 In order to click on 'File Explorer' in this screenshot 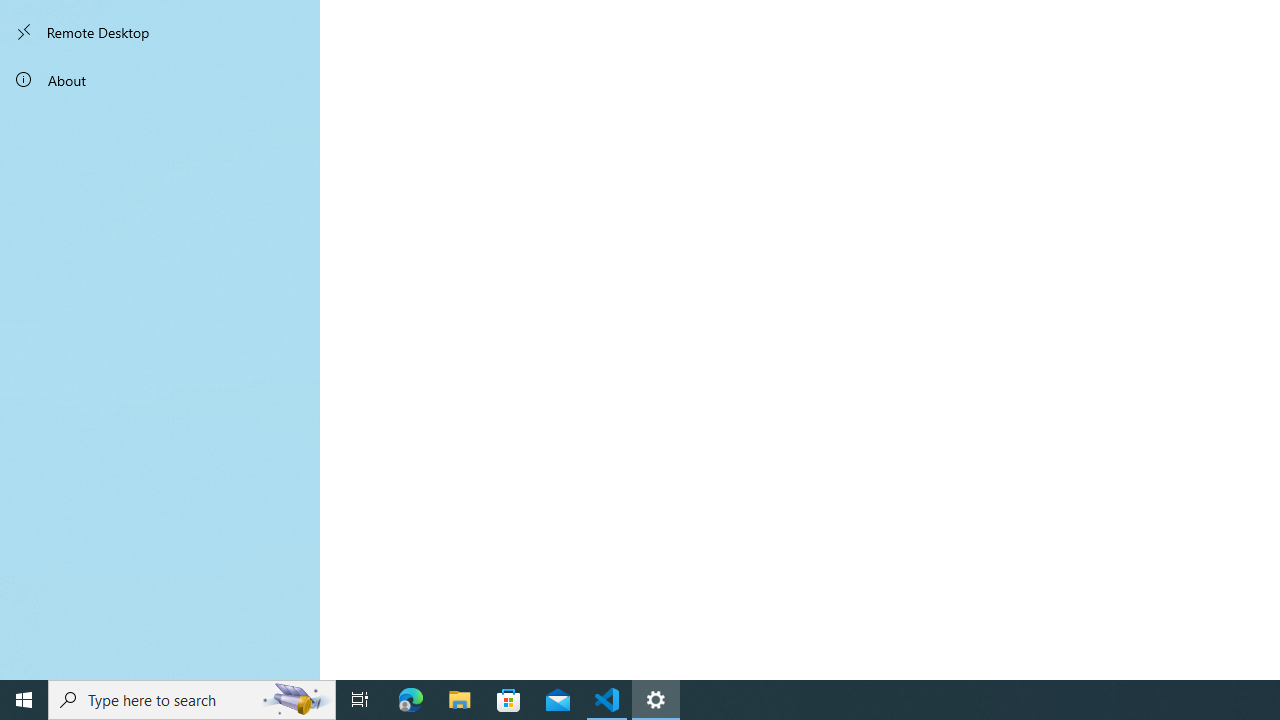, I will do `click(459, 698)`.